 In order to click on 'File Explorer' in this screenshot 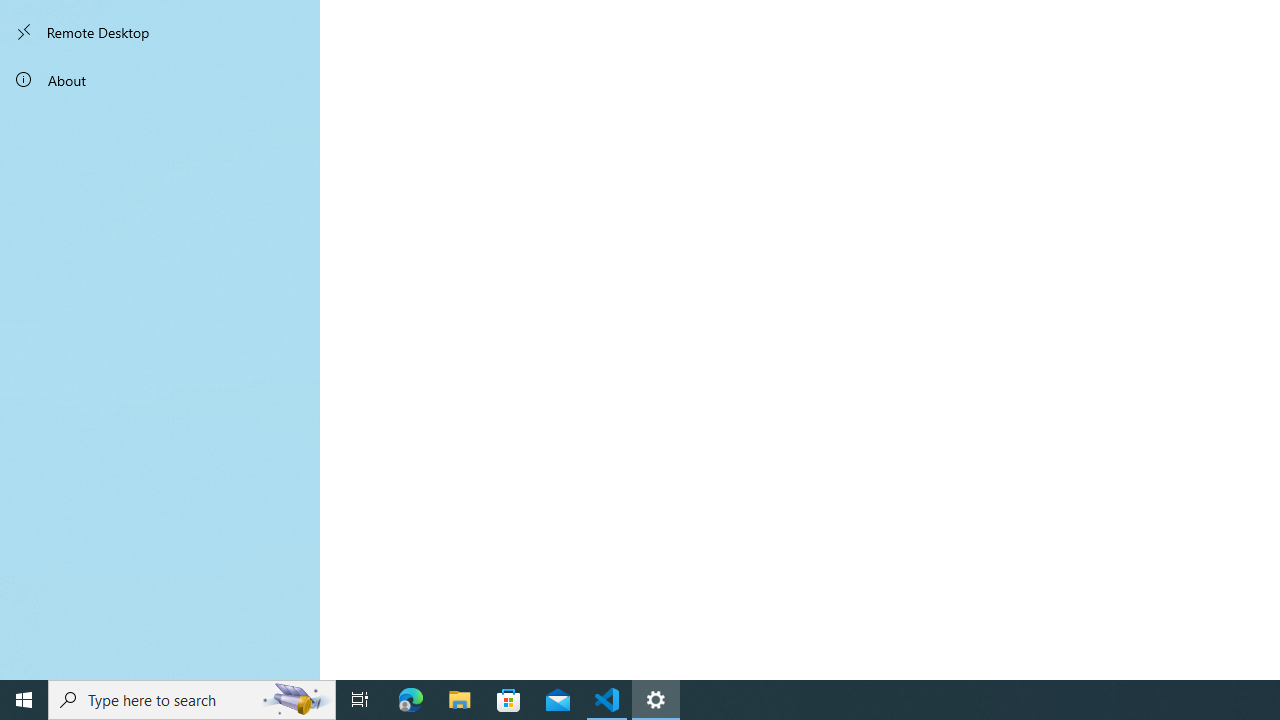, I will do `click(459, 698)`.